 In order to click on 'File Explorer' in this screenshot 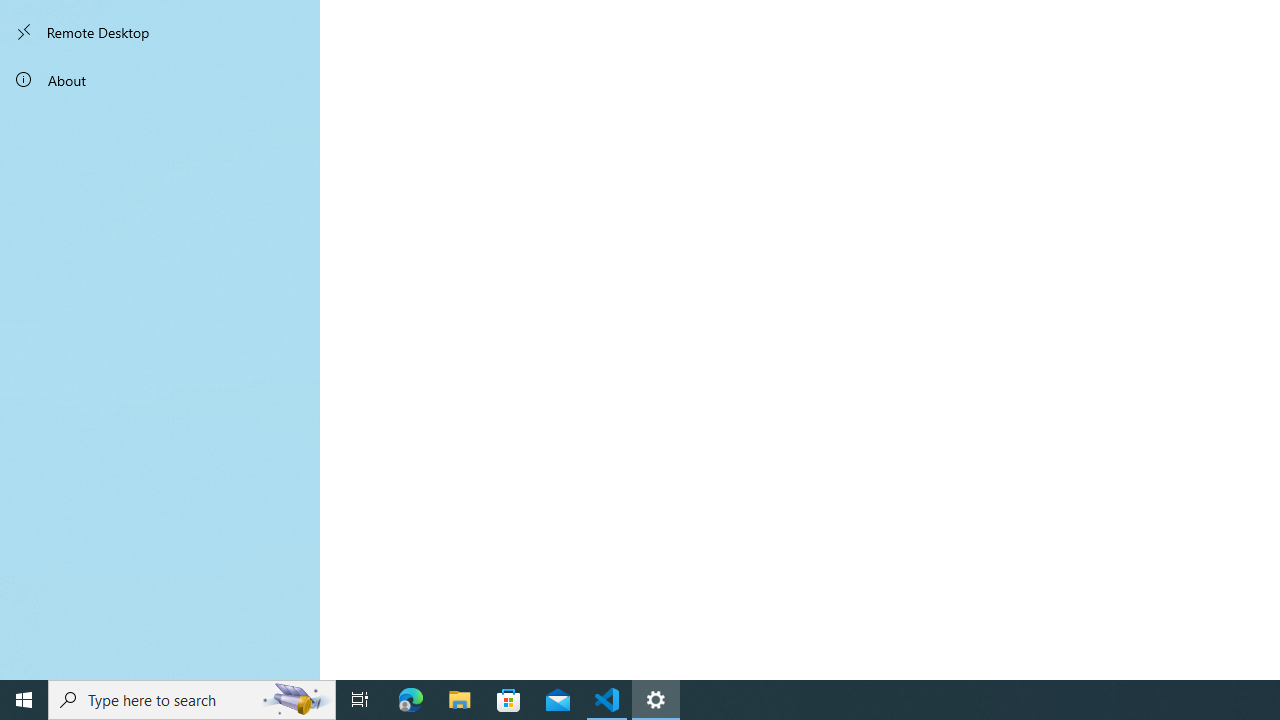, I will do `click(459, 698)`.